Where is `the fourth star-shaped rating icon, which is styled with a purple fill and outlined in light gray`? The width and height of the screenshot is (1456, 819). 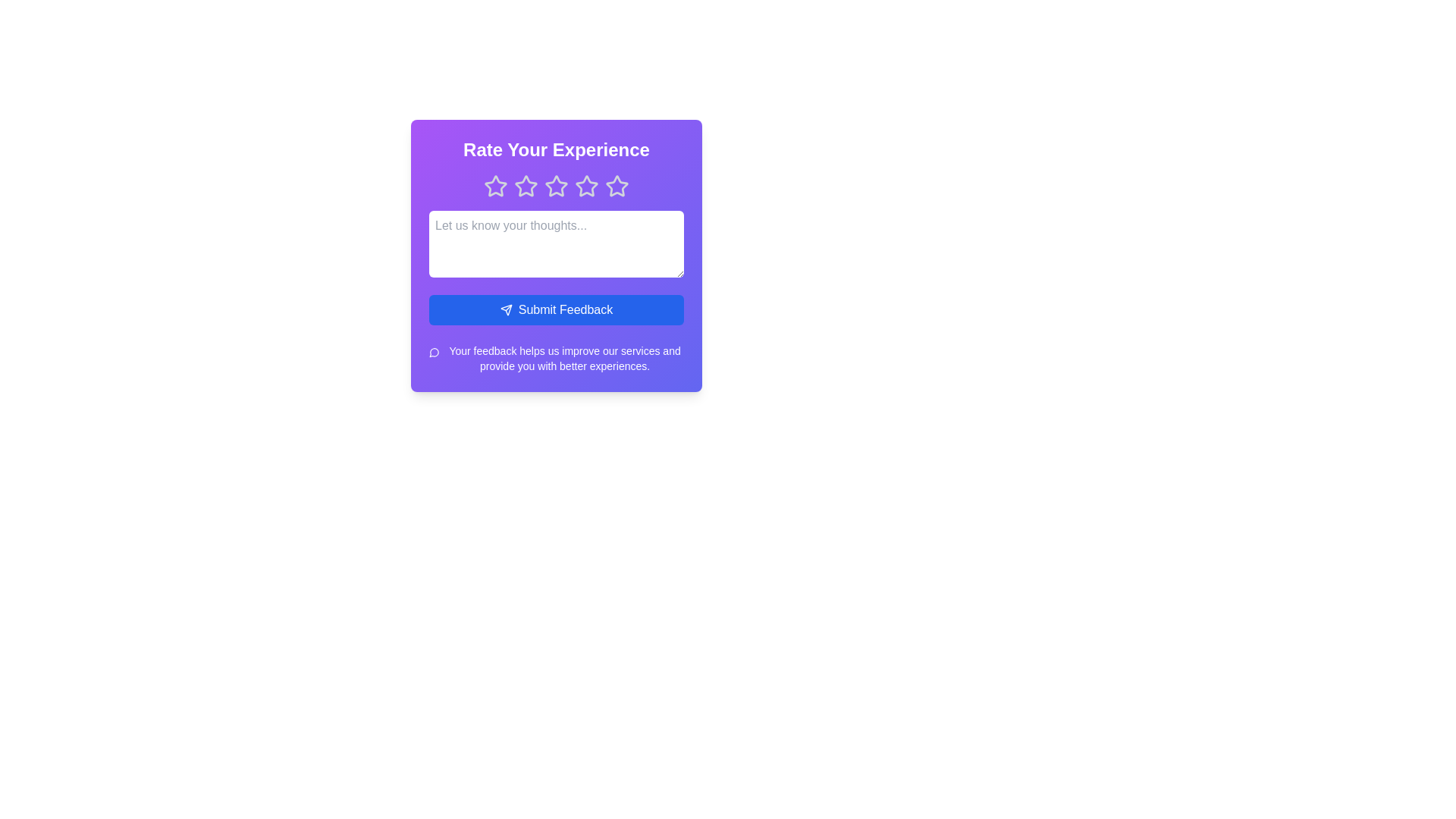 the fourth star-shaped rating icon, which is styled with a purple fill and outlined in light gray is located at coordinates (617, 185).